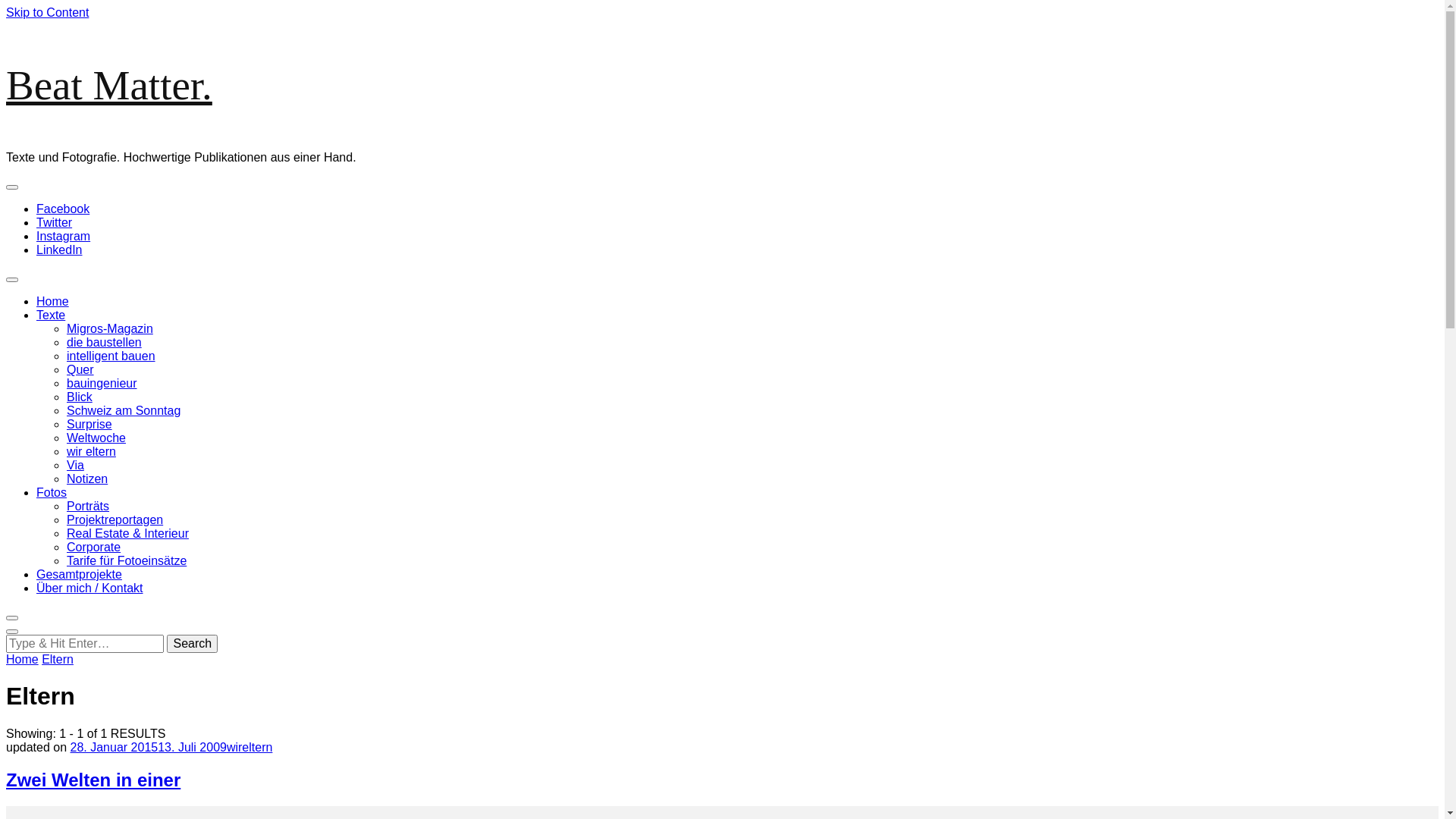 This screenshot has height=819, width=1456. Describe the element at coordinates (90, 450) in the screenshot. I see `'wir eltern'` at that location.